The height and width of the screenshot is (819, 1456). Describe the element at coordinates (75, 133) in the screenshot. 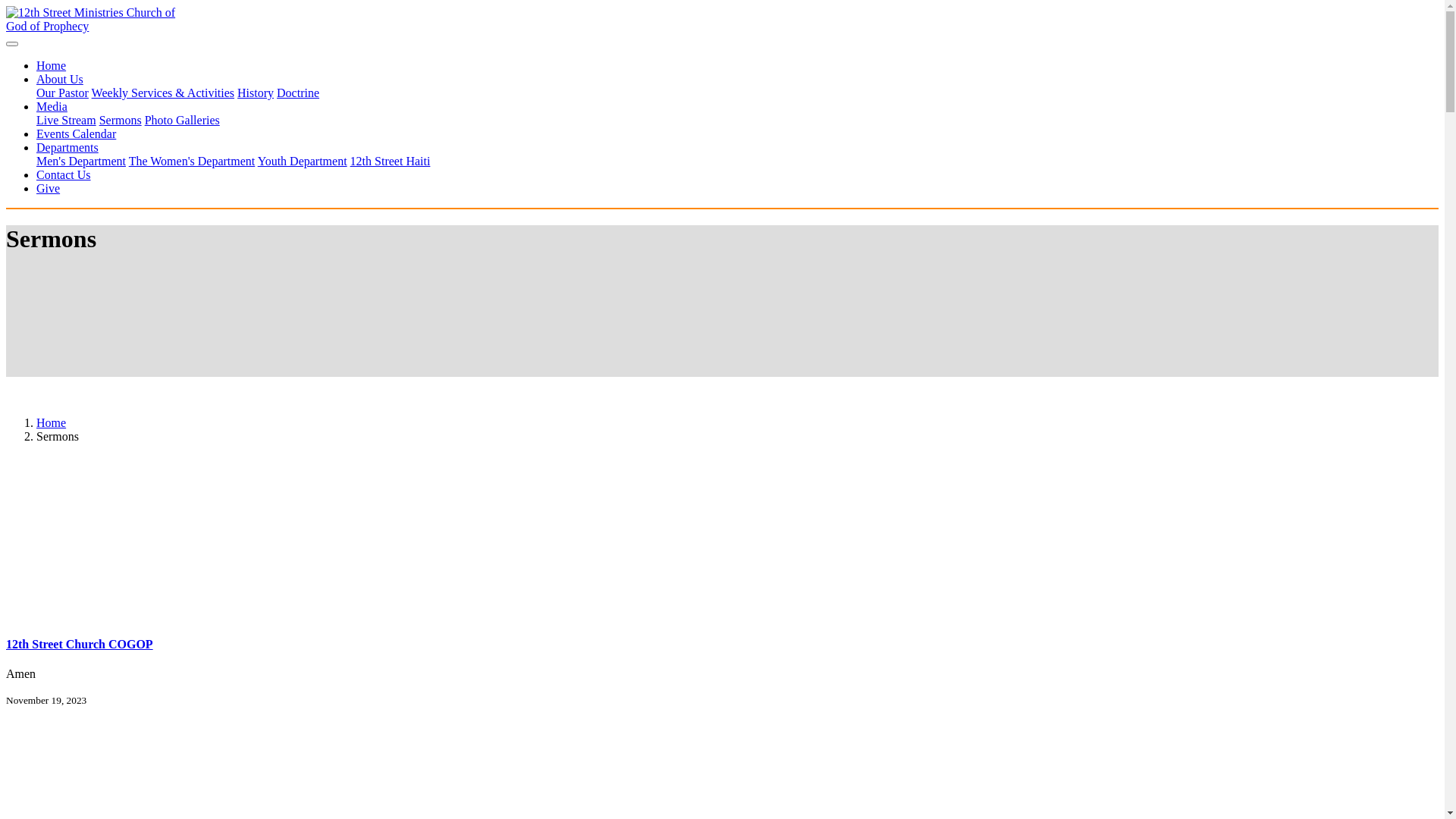

I see `'Events Calendar'` at that location.